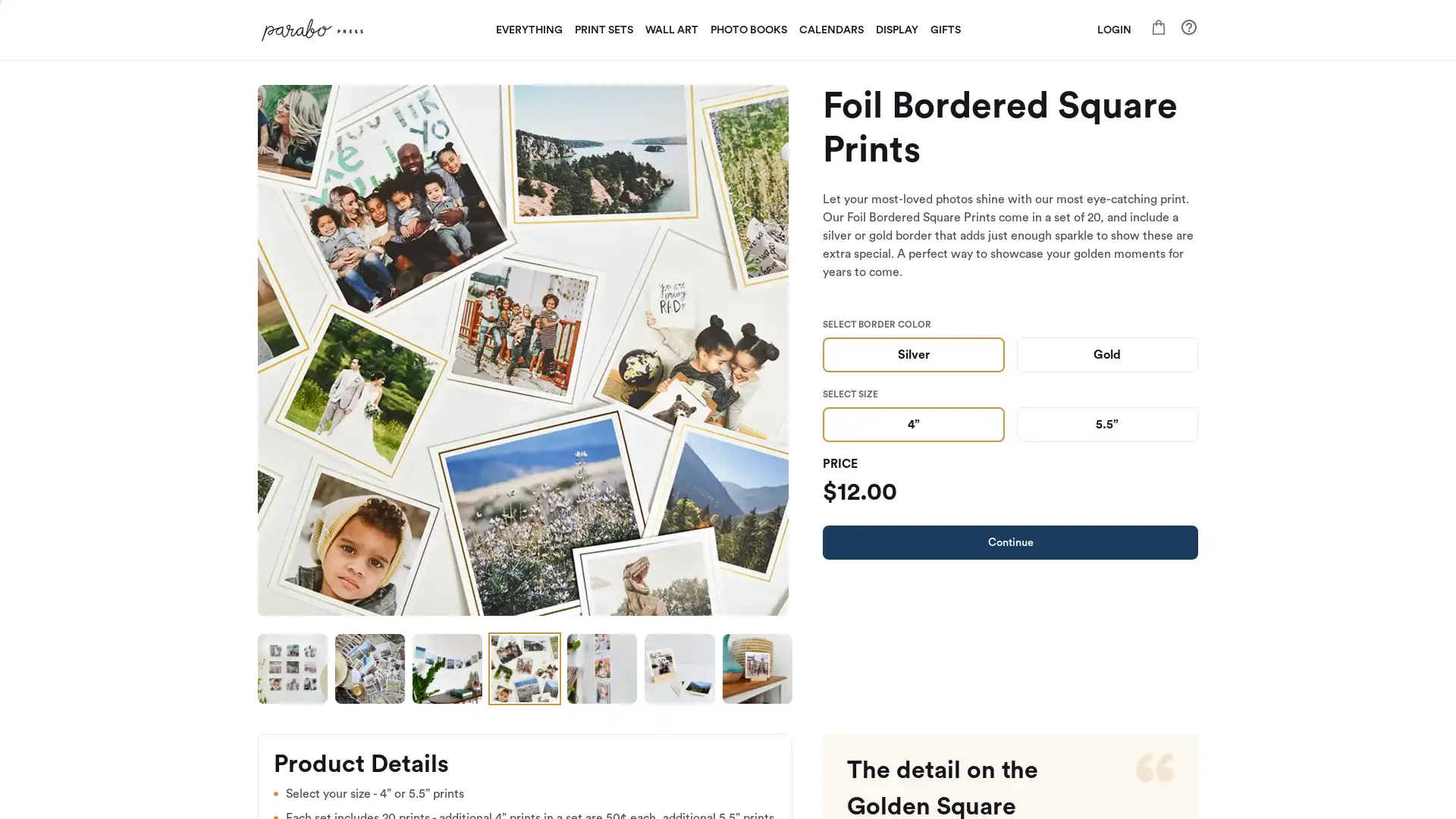 This screenshot has height=819, width=1456. What do you see at coordinates (524, 668) in the screenshot?
I see `slide dot` at bounding box center [524, 668].